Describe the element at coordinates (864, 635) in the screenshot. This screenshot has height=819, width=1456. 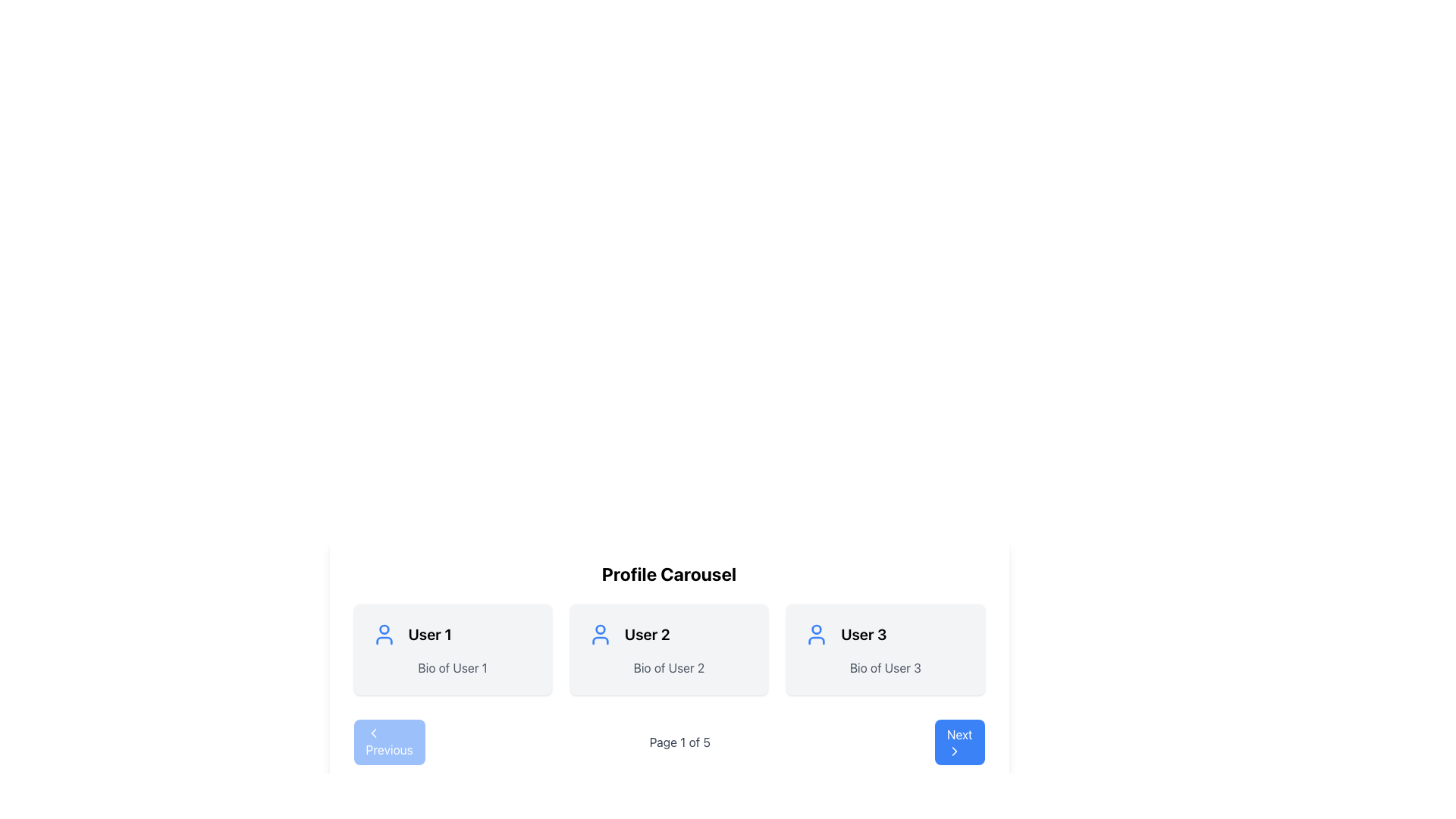
I see `the Text Display element that shows 'User 3', which is styled with a bold and large font, located below the user avatar icon in a carousel layout` at that location.